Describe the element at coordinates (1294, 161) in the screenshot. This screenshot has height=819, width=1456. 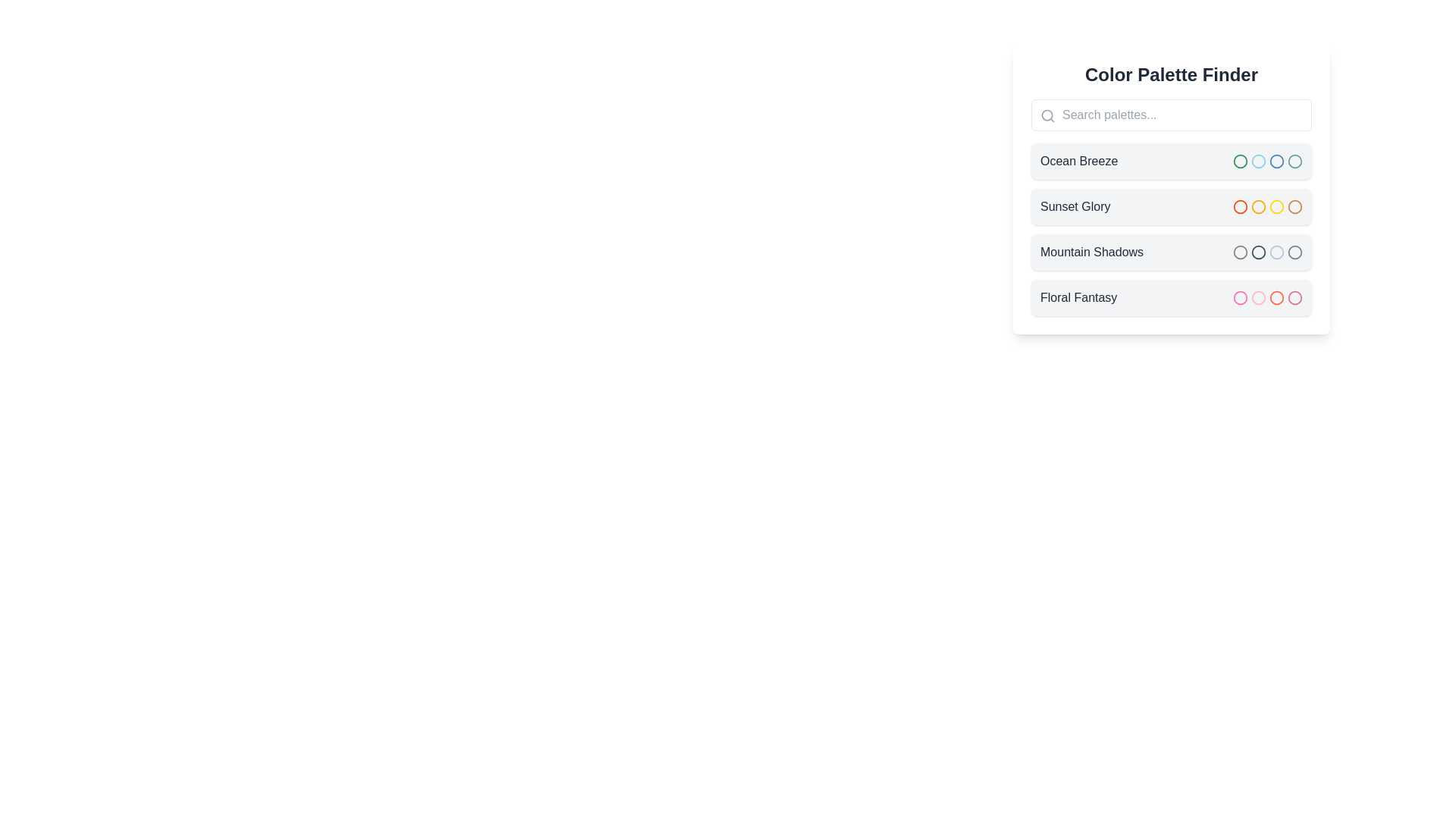
I see `the fifth circular icon` at that location.